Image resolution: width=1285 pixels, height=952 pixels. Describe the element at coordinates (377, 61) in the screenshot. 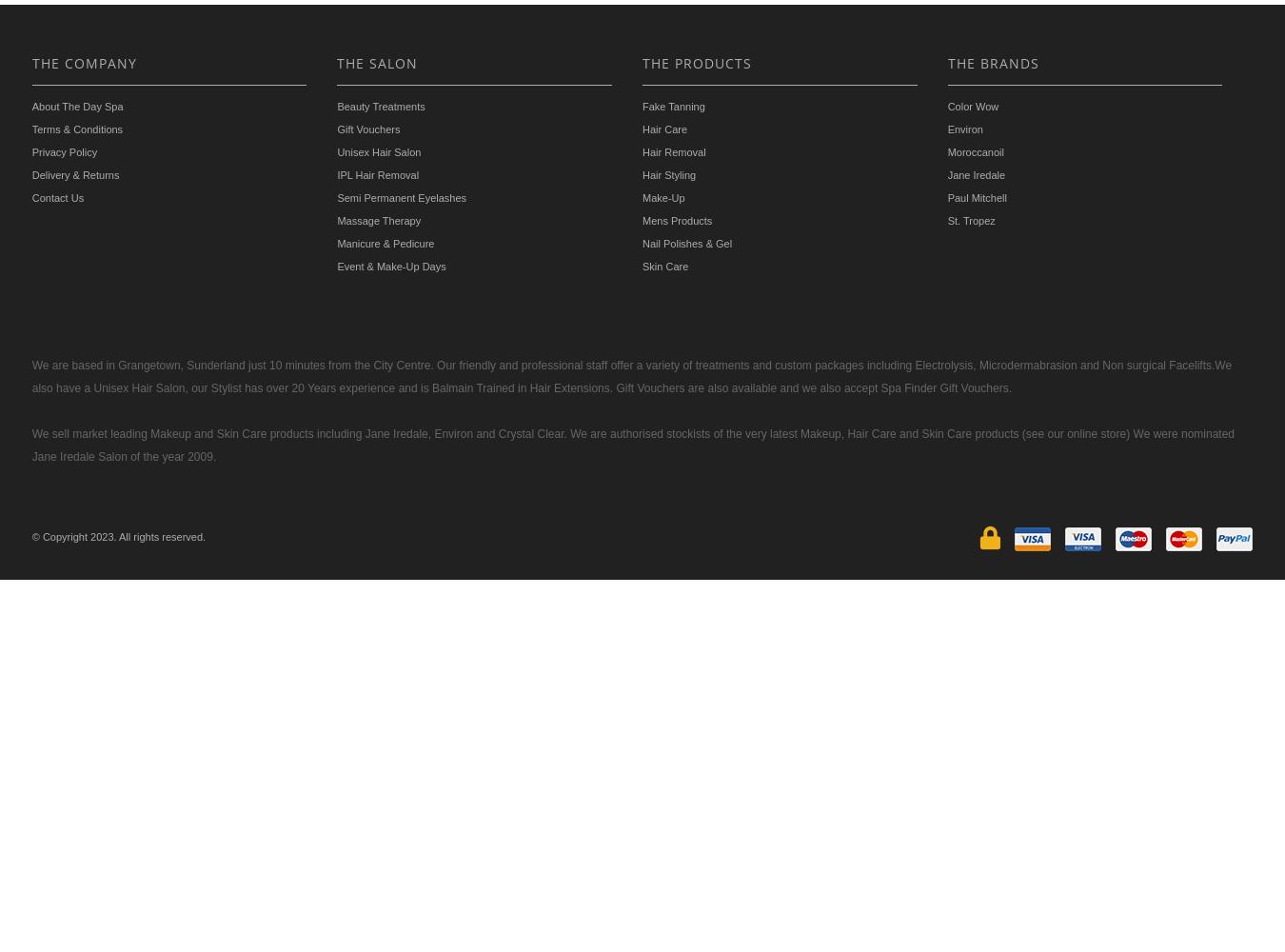

I see `'THE SALON'` at that location.